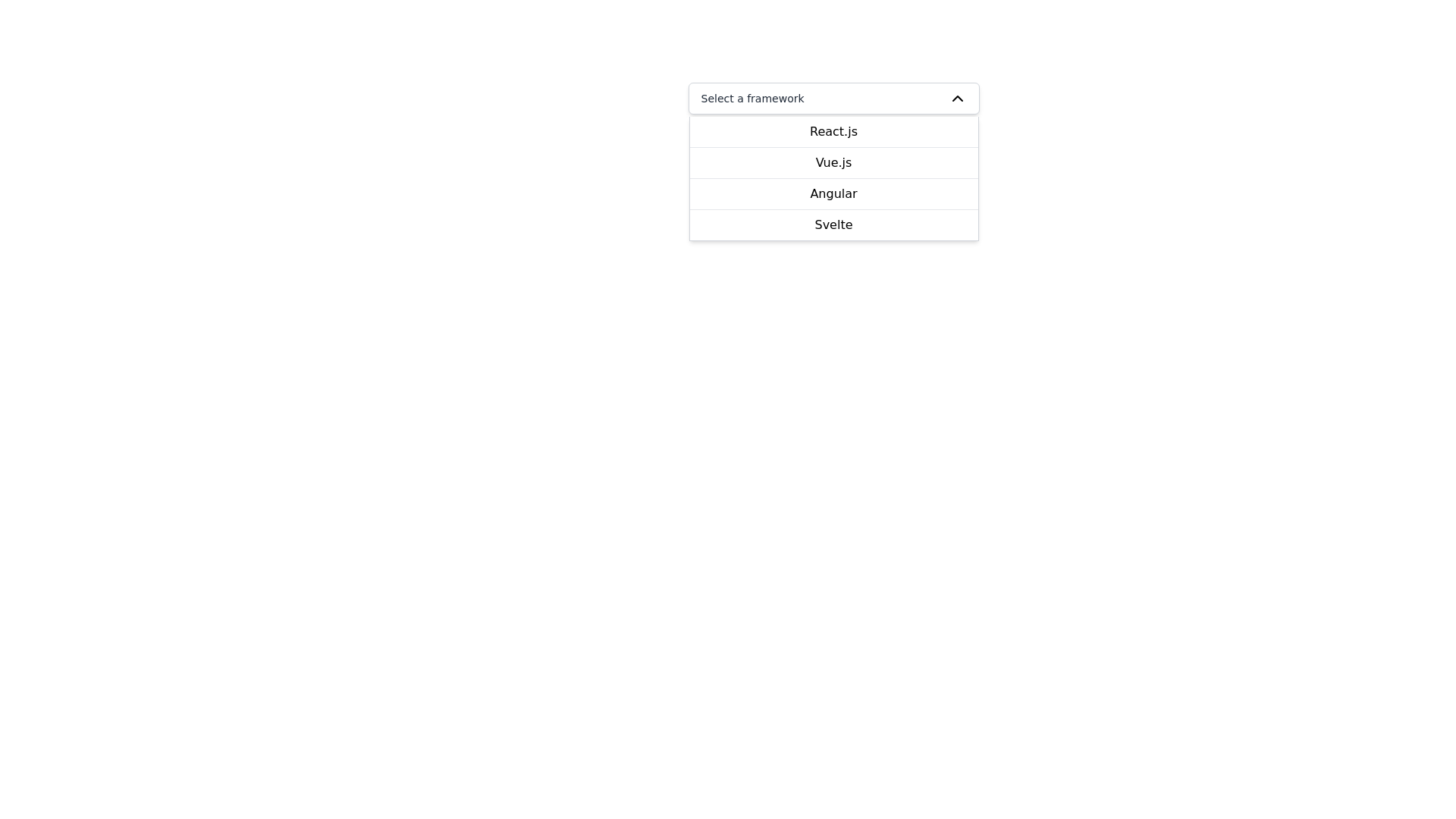 This screenshot has height=819, width=1456. What do you see at coordinates (833, 116) in the screenshot?
I see `the 'React.js' option in the dropdown list located below the 'Select a framework' label` at bounding box center [833, 116].